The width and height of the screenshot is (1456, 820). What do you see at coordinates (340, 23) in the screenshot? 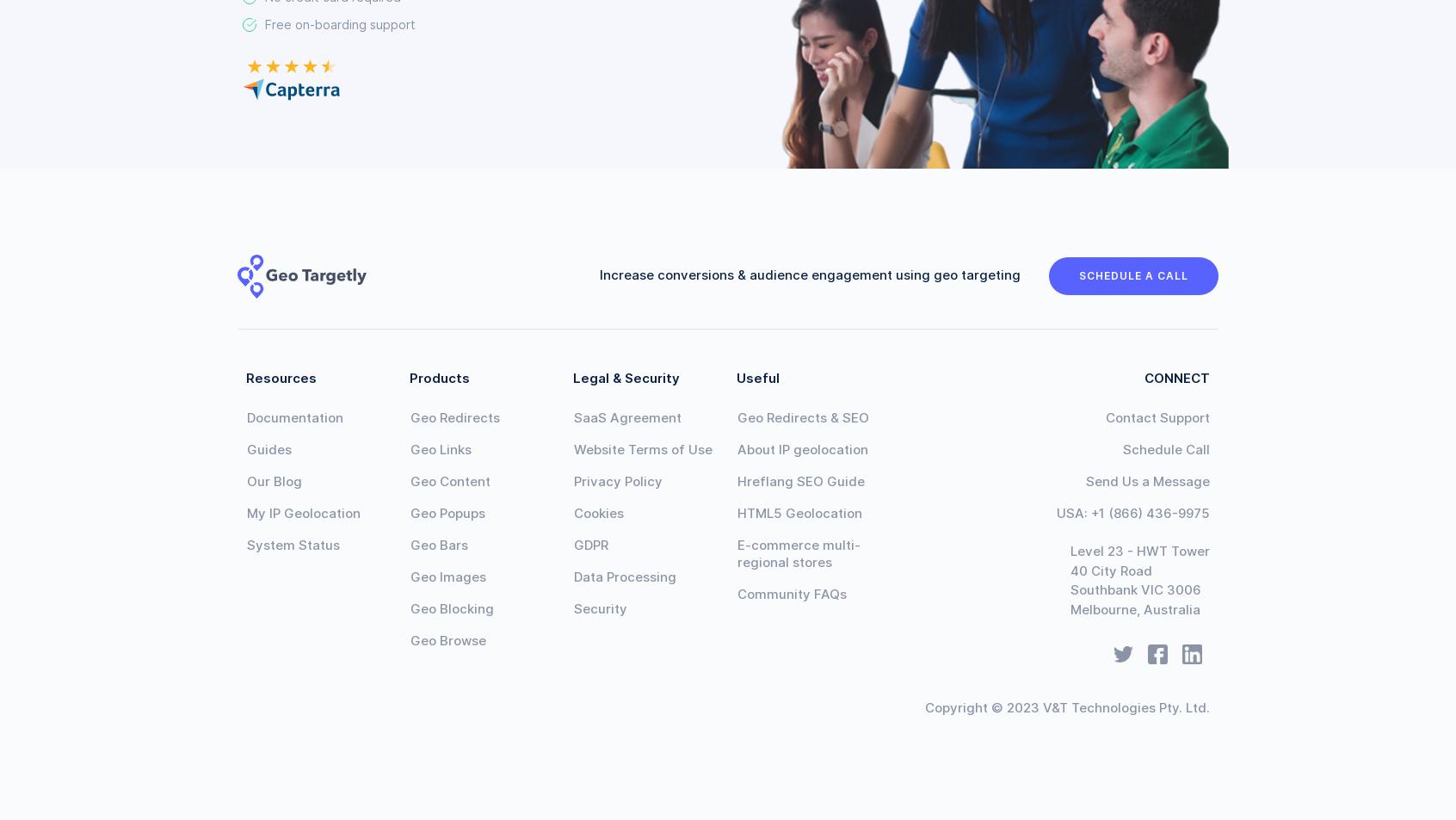
I see `'Free on-boarding support'` at bounding box center [340, 23].